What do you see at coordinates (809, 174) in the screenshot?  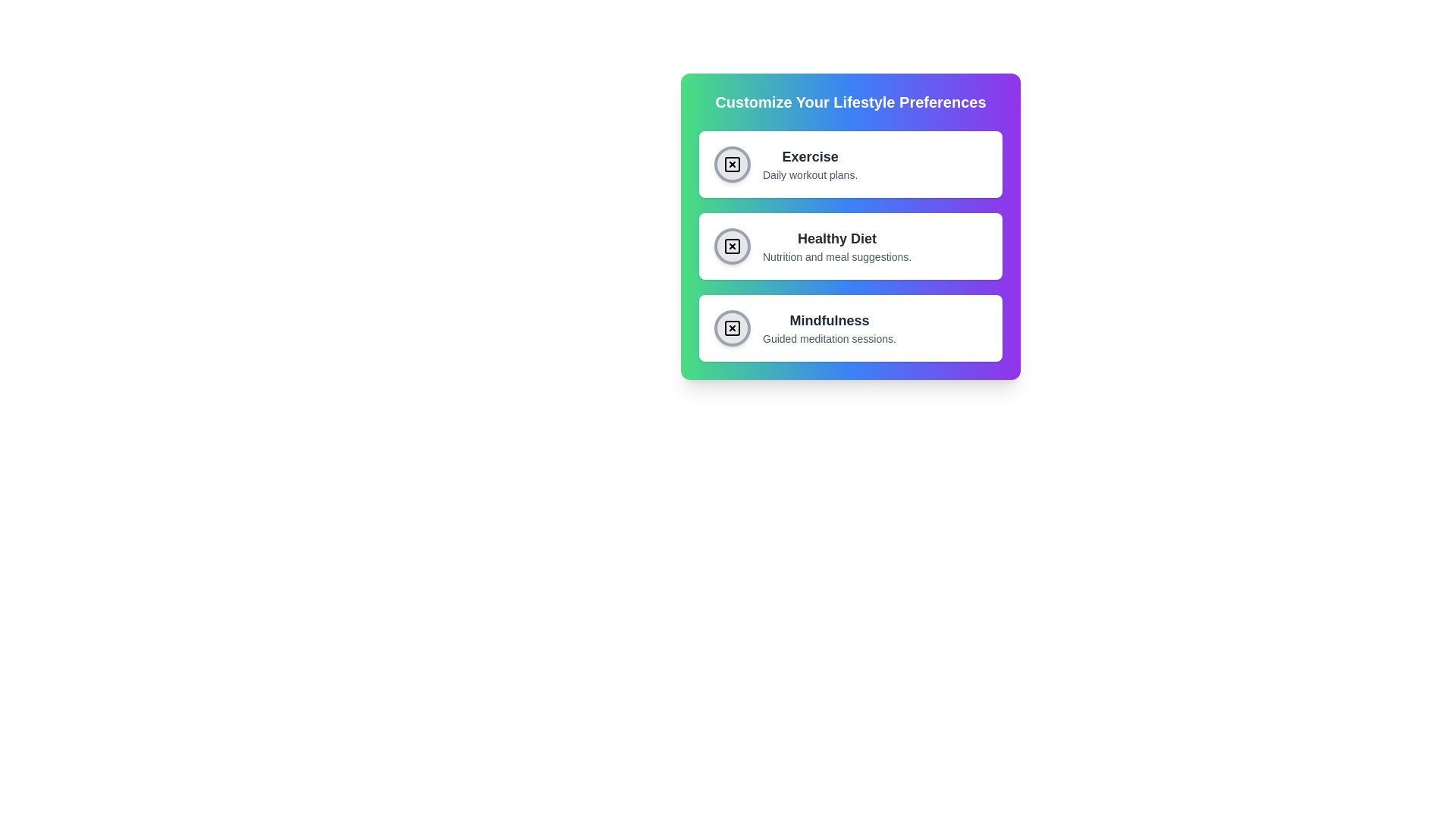 I see `the text label that contains 'Daily workout plans.' styled in small gray font, located beneath the 'Exercise' text` at bounding box center [809, 174].